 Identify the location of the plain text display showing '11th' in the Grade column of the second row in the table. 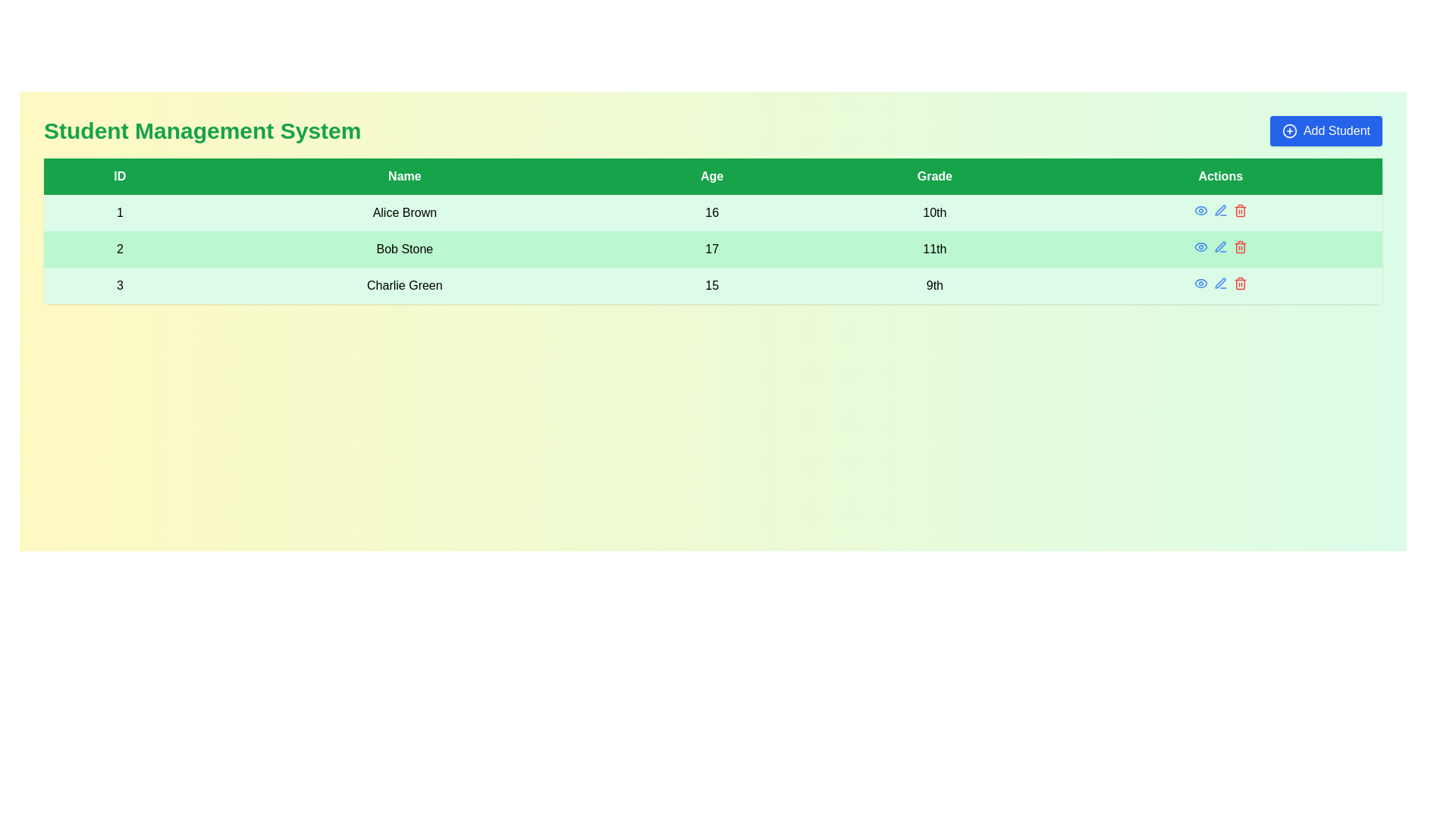
(934, 248).